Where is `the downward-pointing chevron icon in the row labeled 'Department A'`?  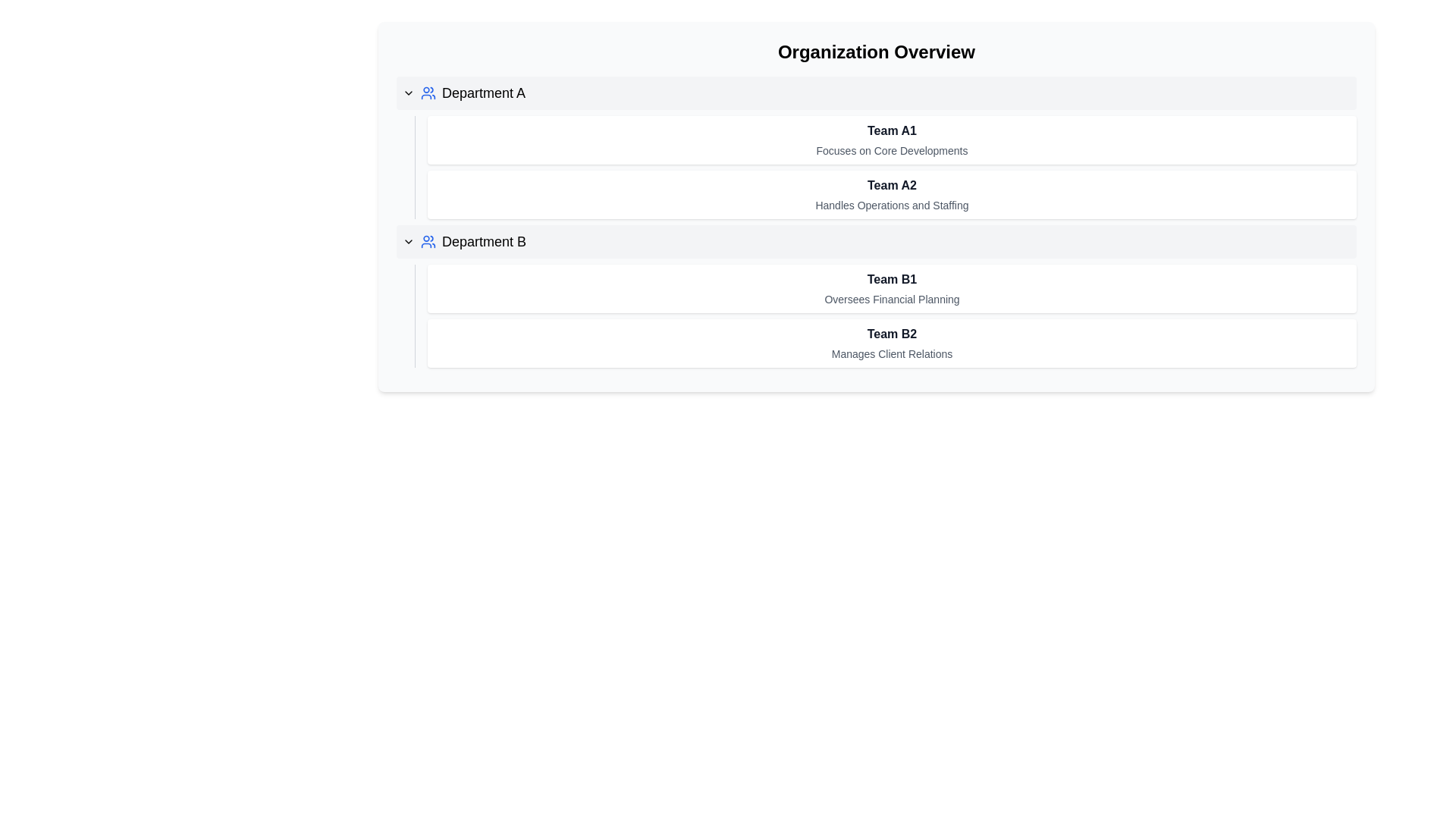 the downward-pointing chevron icon in the row labeled 'Department A' is located at coordinates (408, 93).